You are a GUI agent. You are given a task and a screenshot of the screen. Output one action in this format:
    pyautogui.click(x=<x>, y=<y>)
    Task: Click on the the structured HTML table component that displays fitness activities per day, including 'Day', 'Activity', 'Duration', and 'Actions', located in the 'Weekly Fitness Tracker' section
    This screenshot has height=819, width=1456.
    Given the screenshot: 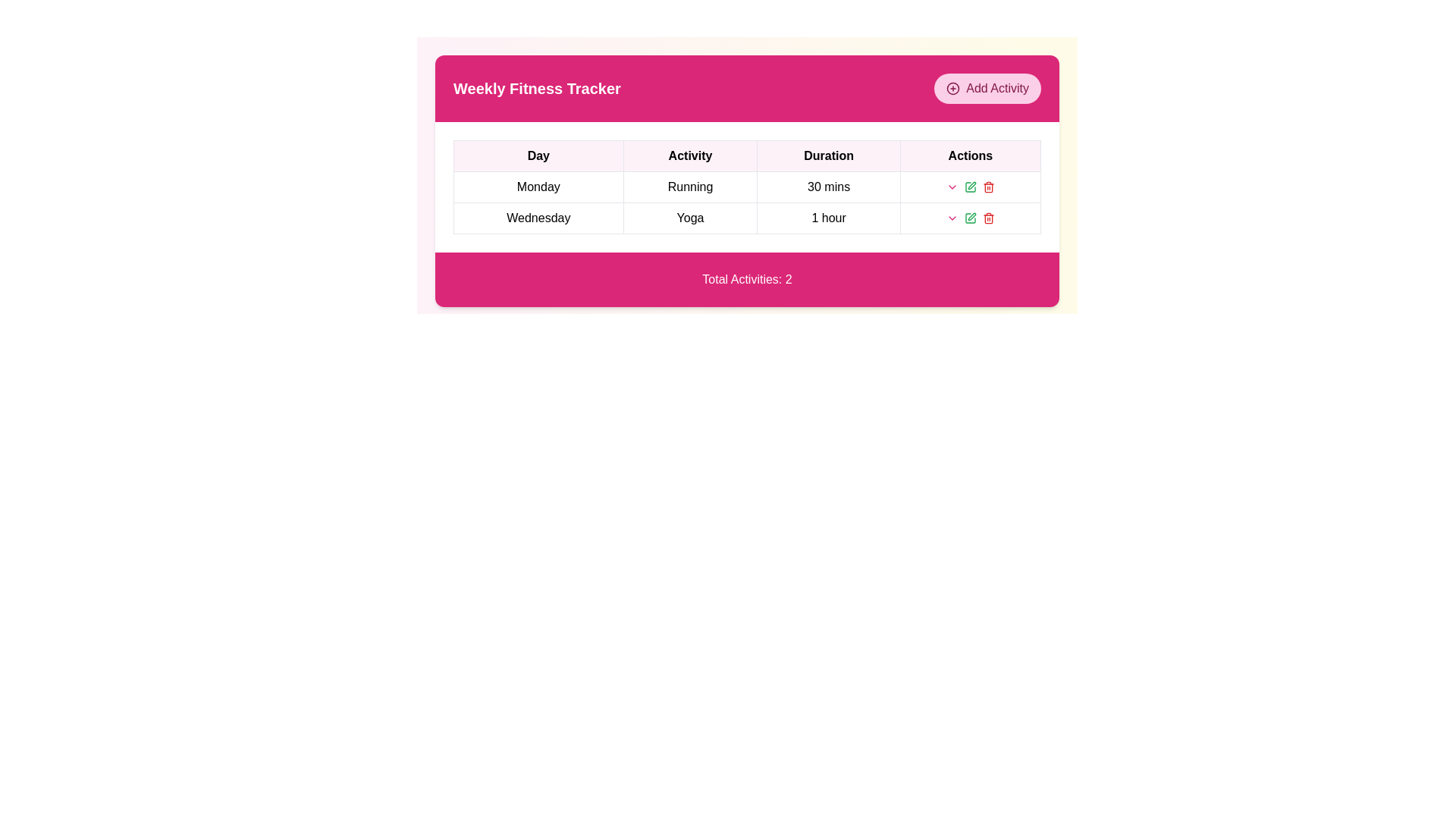 What is the action you would take?
    pyautogui.click(x=747, y=186)
    